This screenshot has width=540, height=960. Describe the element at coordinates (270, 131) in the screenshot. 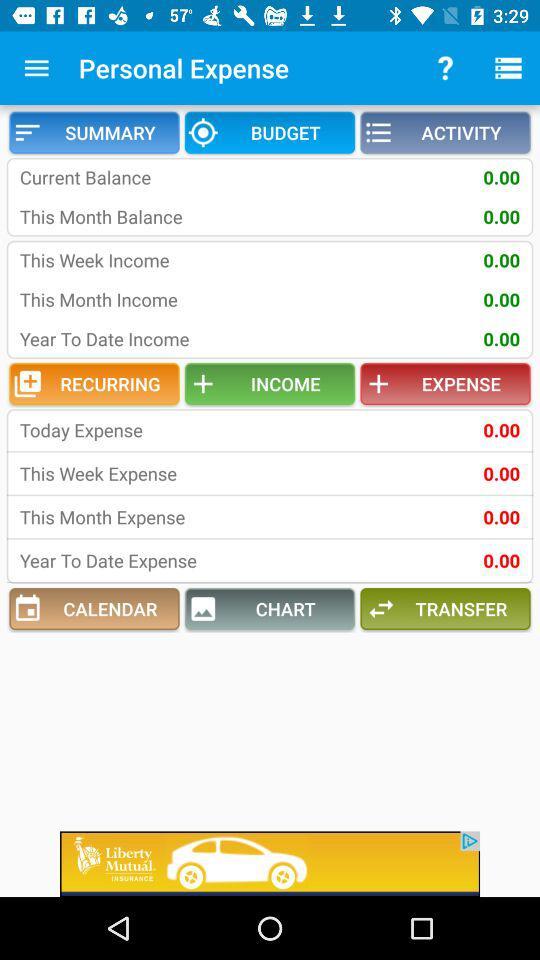

I see `the budget` at that location.